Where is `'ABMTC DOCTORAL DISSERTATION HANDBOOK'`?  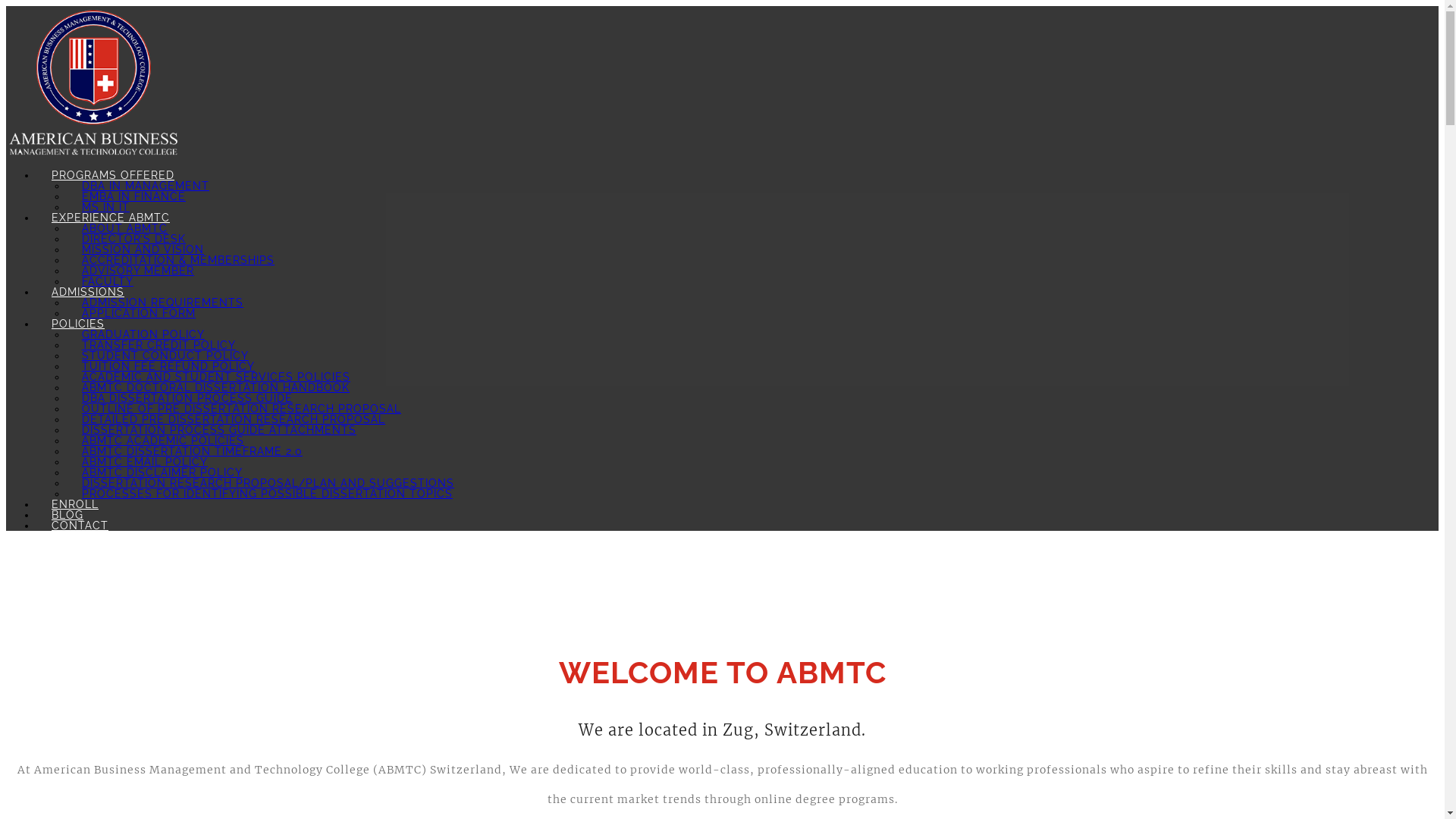 'ABMTC DOCTORAL DISSERTATION HANDBOOK' is located at coordinates (215, 386).